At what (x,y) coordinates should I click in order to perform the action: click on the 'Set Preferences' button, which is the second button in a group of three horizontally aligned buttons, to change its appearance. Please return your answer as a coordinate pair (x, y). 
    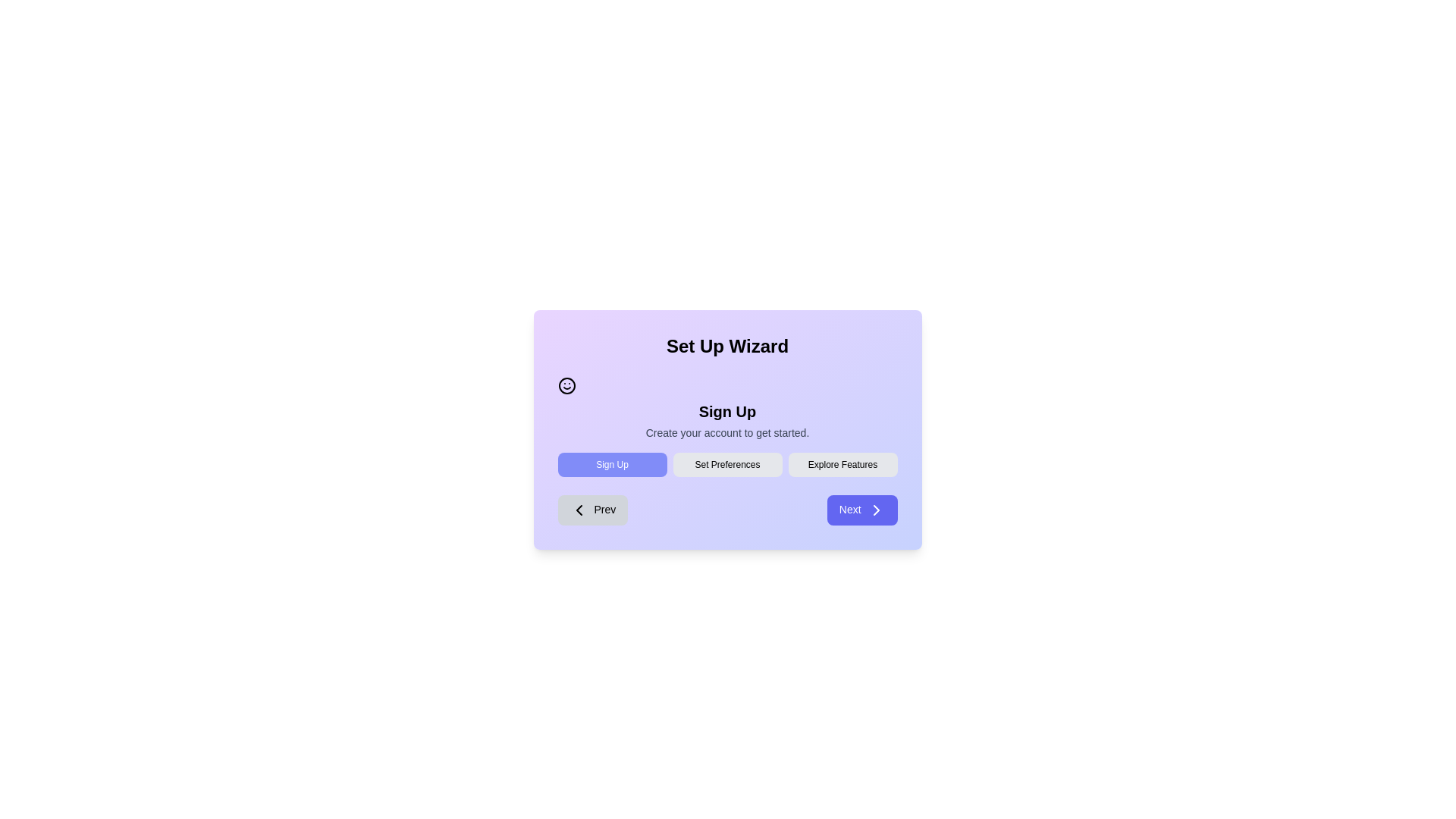
    Looking at the image, I should click on (726, 464).